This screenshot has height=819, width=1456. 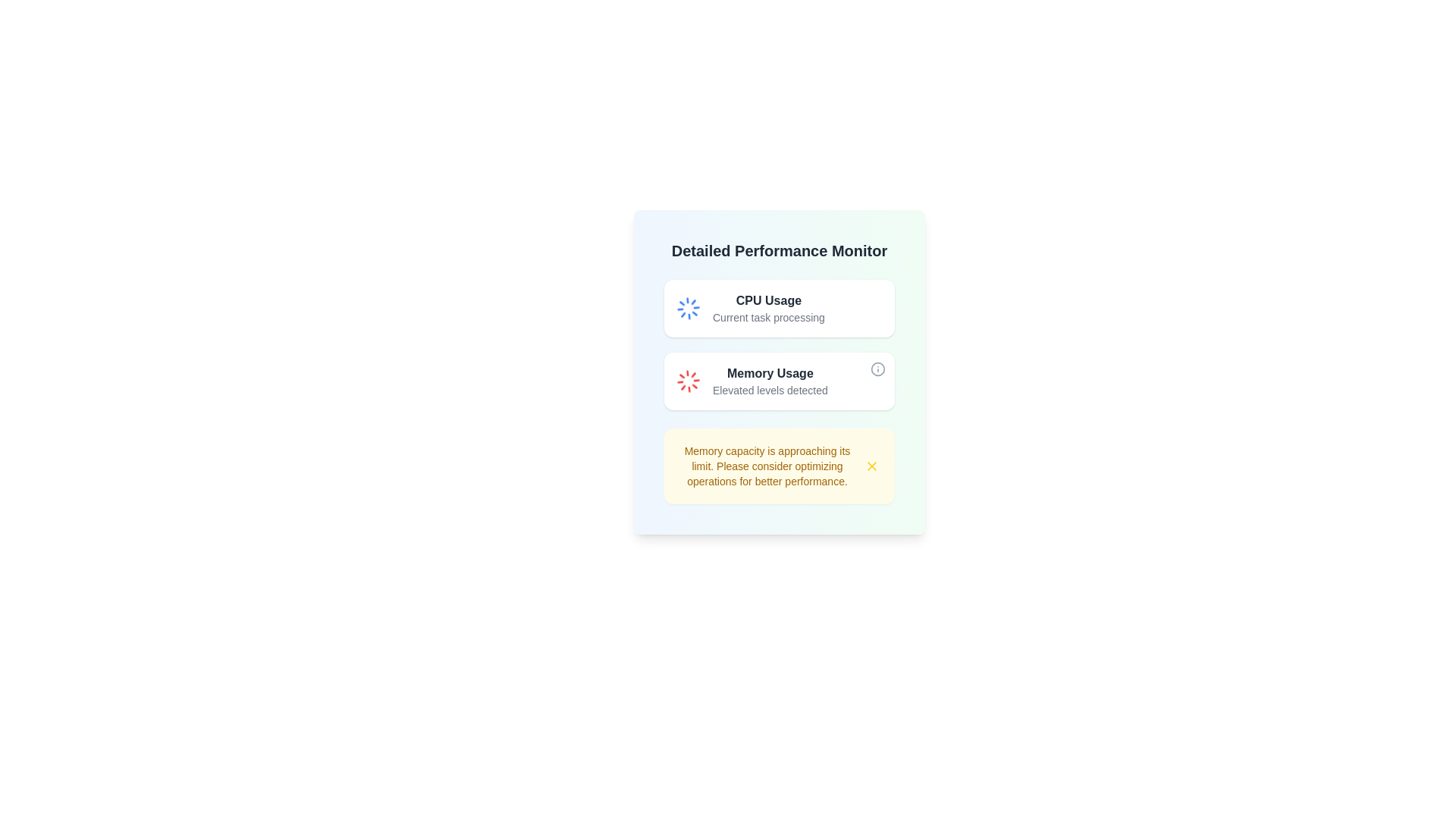 I want to click on the label that displays the text 'Elevated levels detected.' located beneath the 'Memory Usage' label in the Memory Usage section of the dashboard, so click(x=770, y=390).